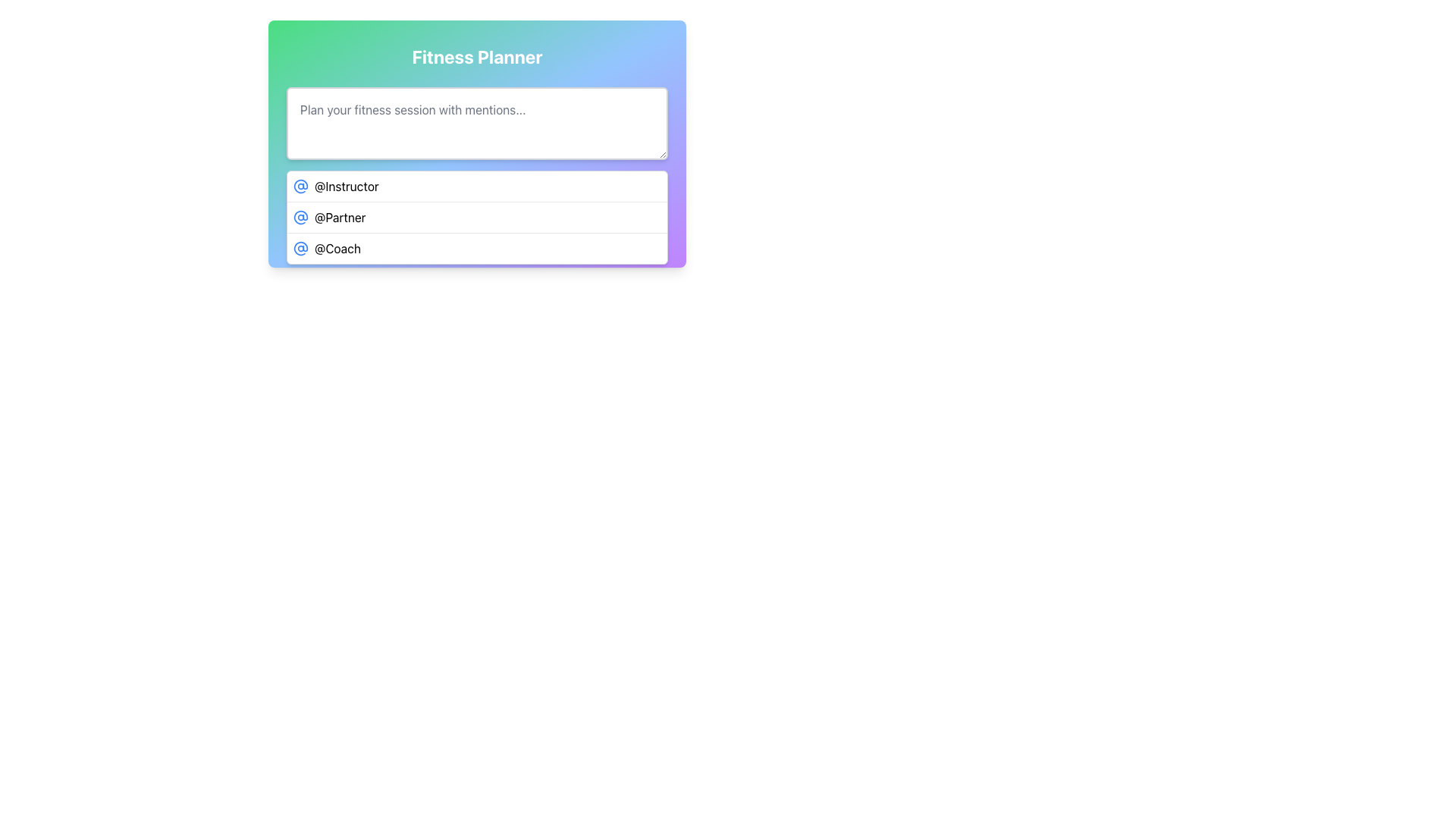  Describe the element at coordinates (301, 186) in the screenshot. I see `the circular blue '@' icon next to the name '@Instructor', which is the first icon in a horizontal list of similar icons` at that location.